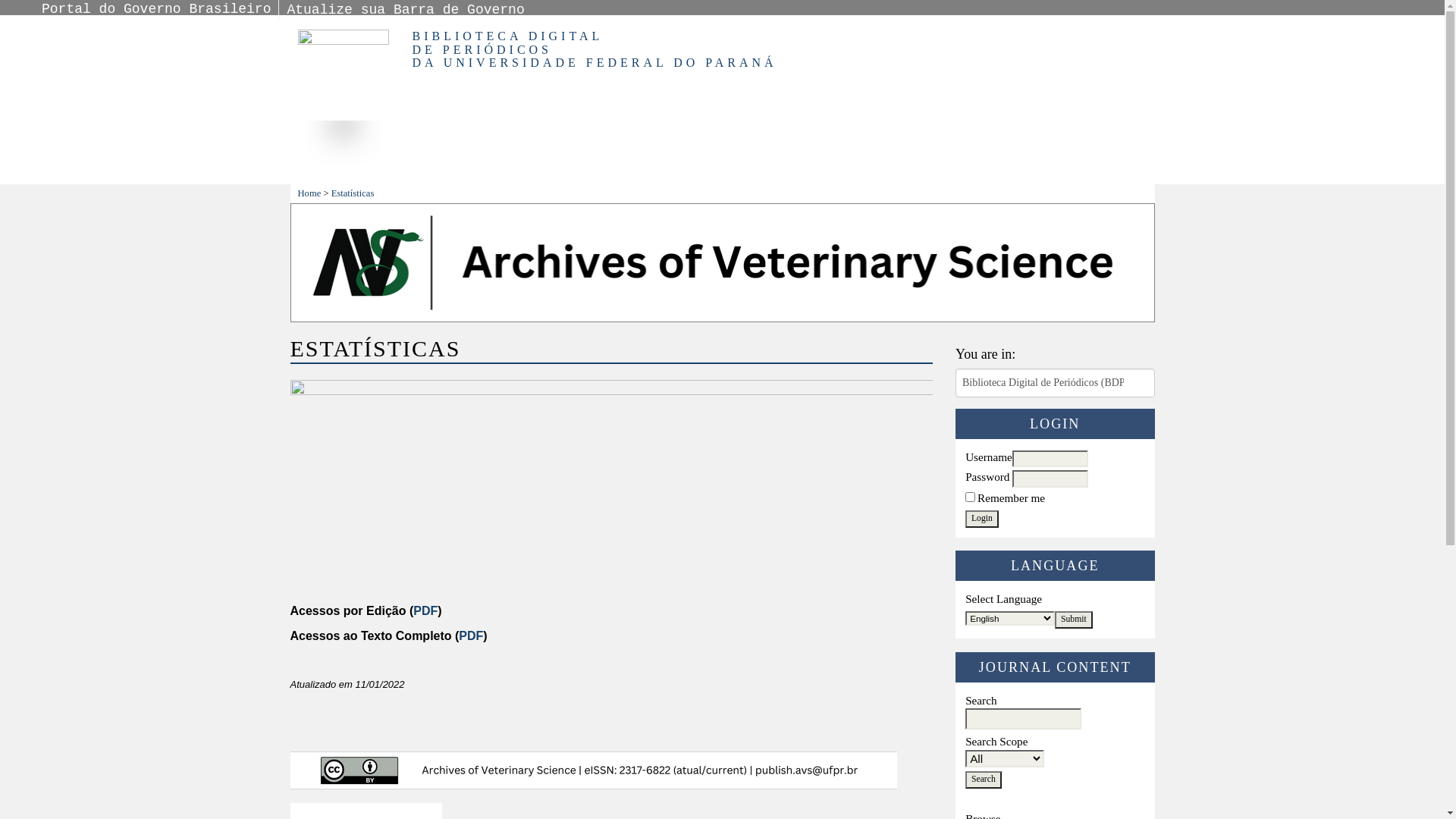  What do you see at coordinates (983, 780) in the screenshot?
I see `'Search'` at bounding box center [983, 780].